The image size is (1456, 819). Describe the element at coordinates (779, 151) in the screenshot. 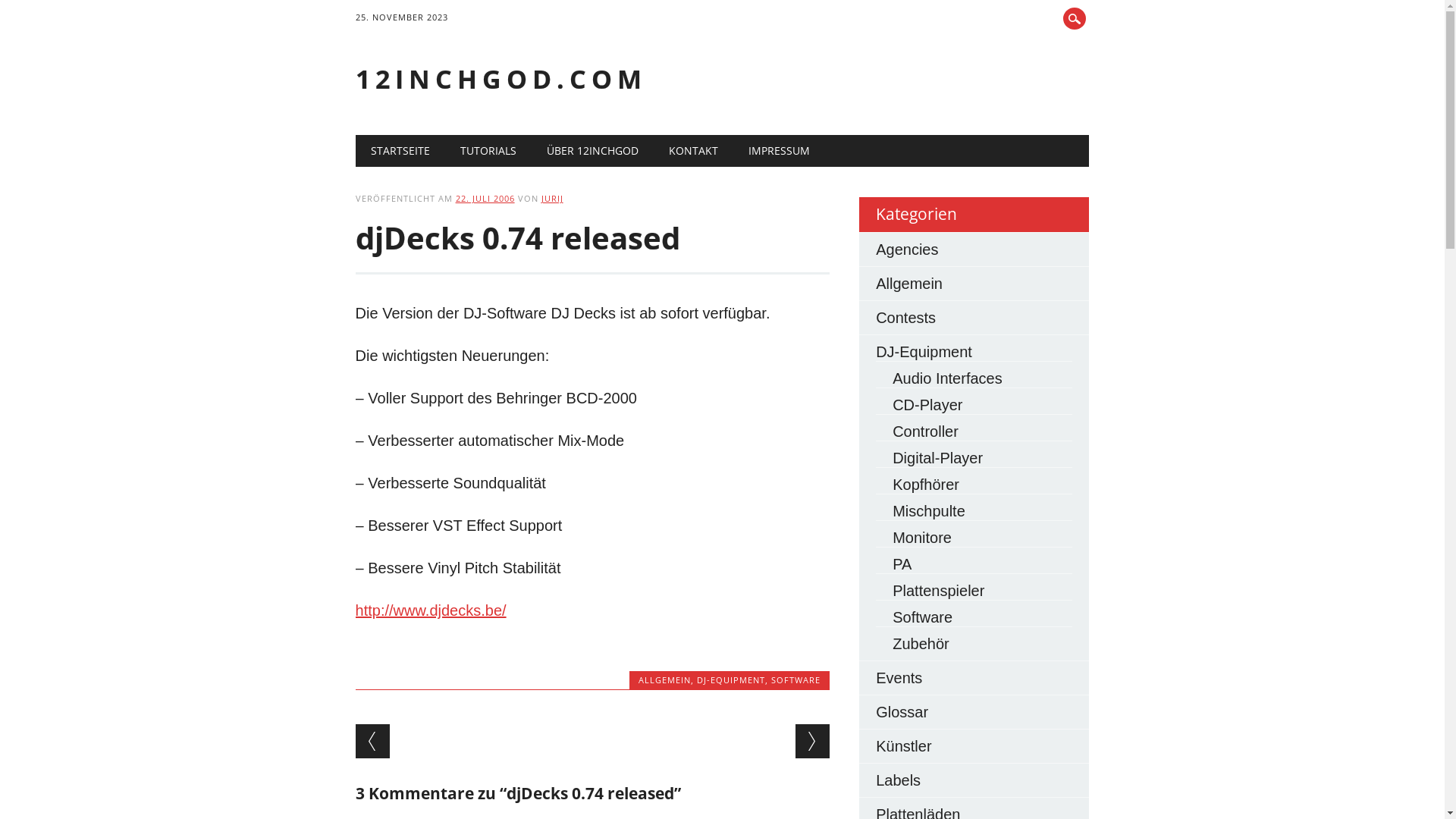

I see `'IMPRESSUM'` at that location.